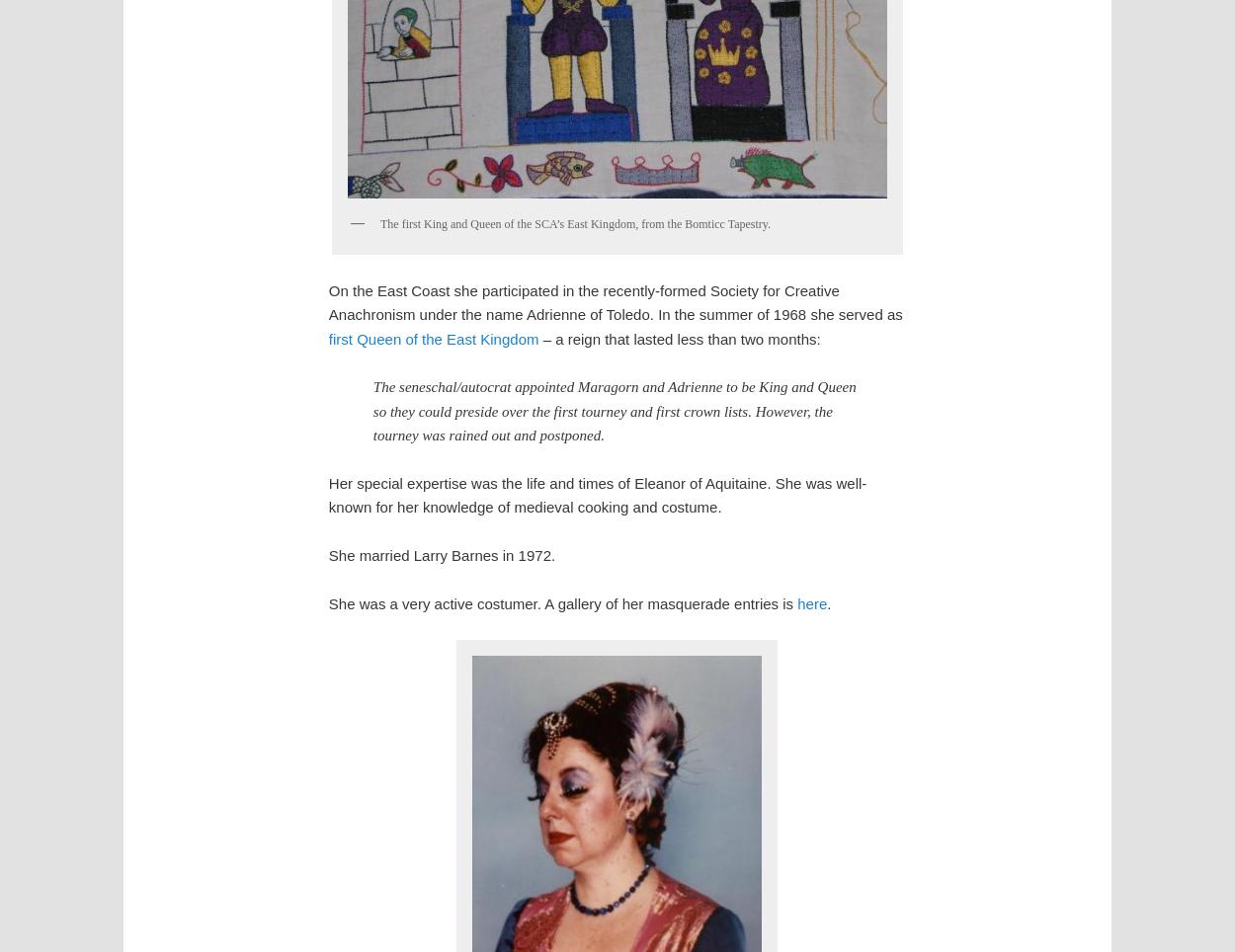 The width and height of the screenshot is (1235, 952). I want to click on 'The seneschal/autocrat appointed Maragorn and Adrienne to be King and Queen so they could preside over the first tourney and first crown lists. However, the tourney was rained out and postponed.', so click(372, 410).